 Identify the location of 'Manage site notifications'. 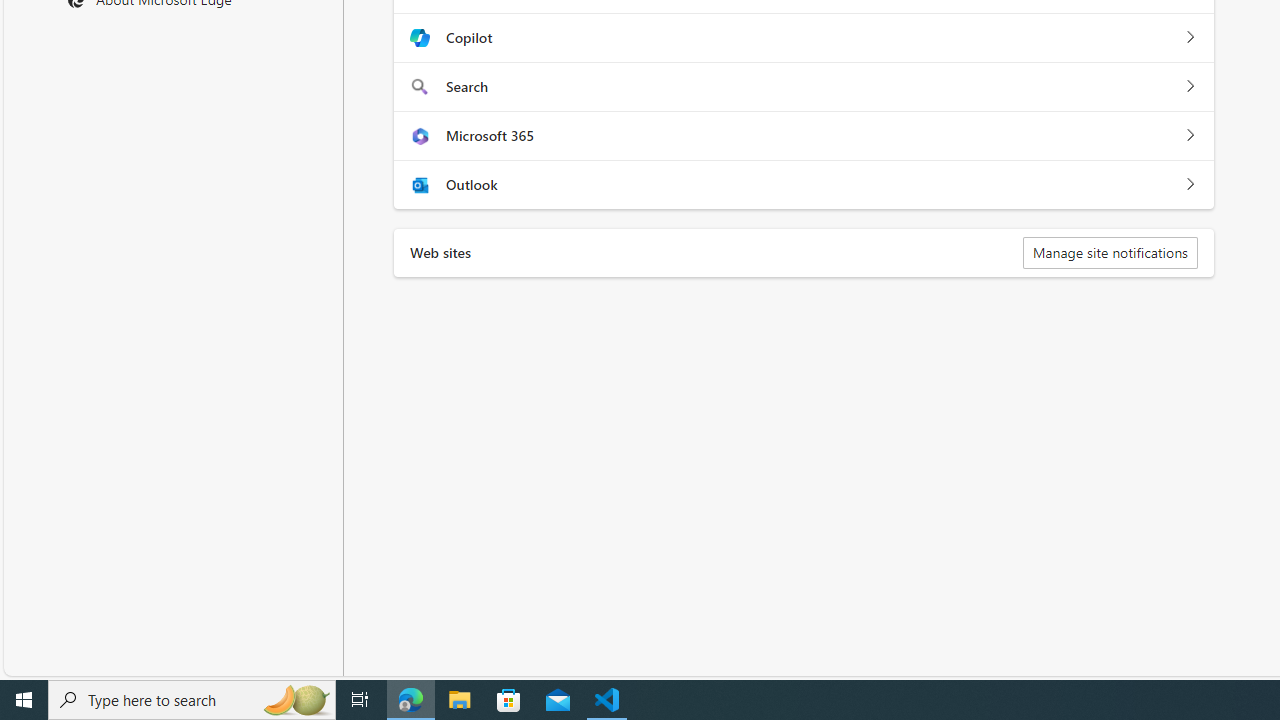
(1108, 252).